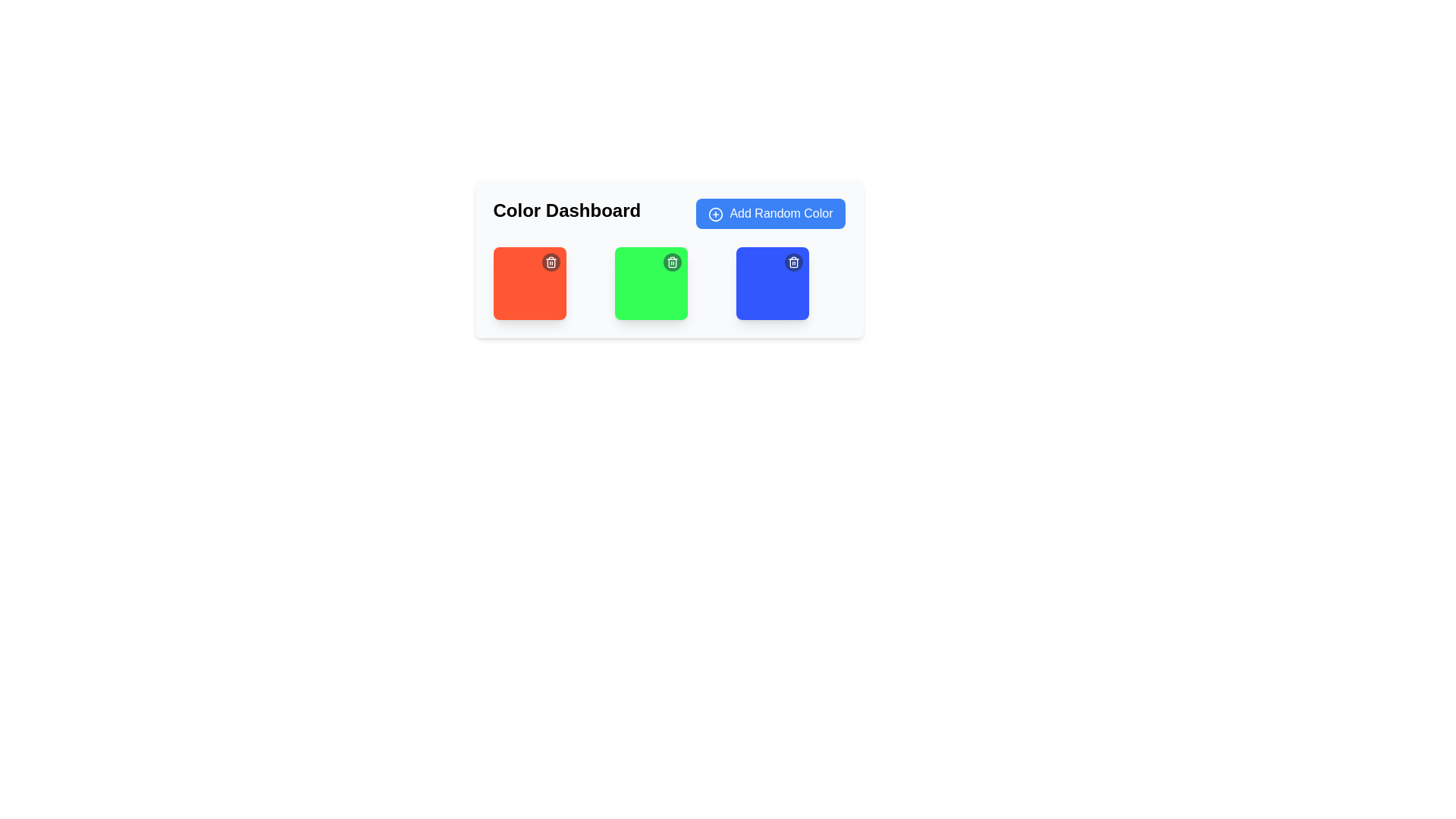 This screenshot has height=819, width=1456. What do you see at coordinates (671, 262) in the screenshot?
I see `the visual representation of the trash can icon, specifically the vertically oriented rectangle shape with rounded edges located in the lower right quadrant of the green box` at bounding box center [671, 262].